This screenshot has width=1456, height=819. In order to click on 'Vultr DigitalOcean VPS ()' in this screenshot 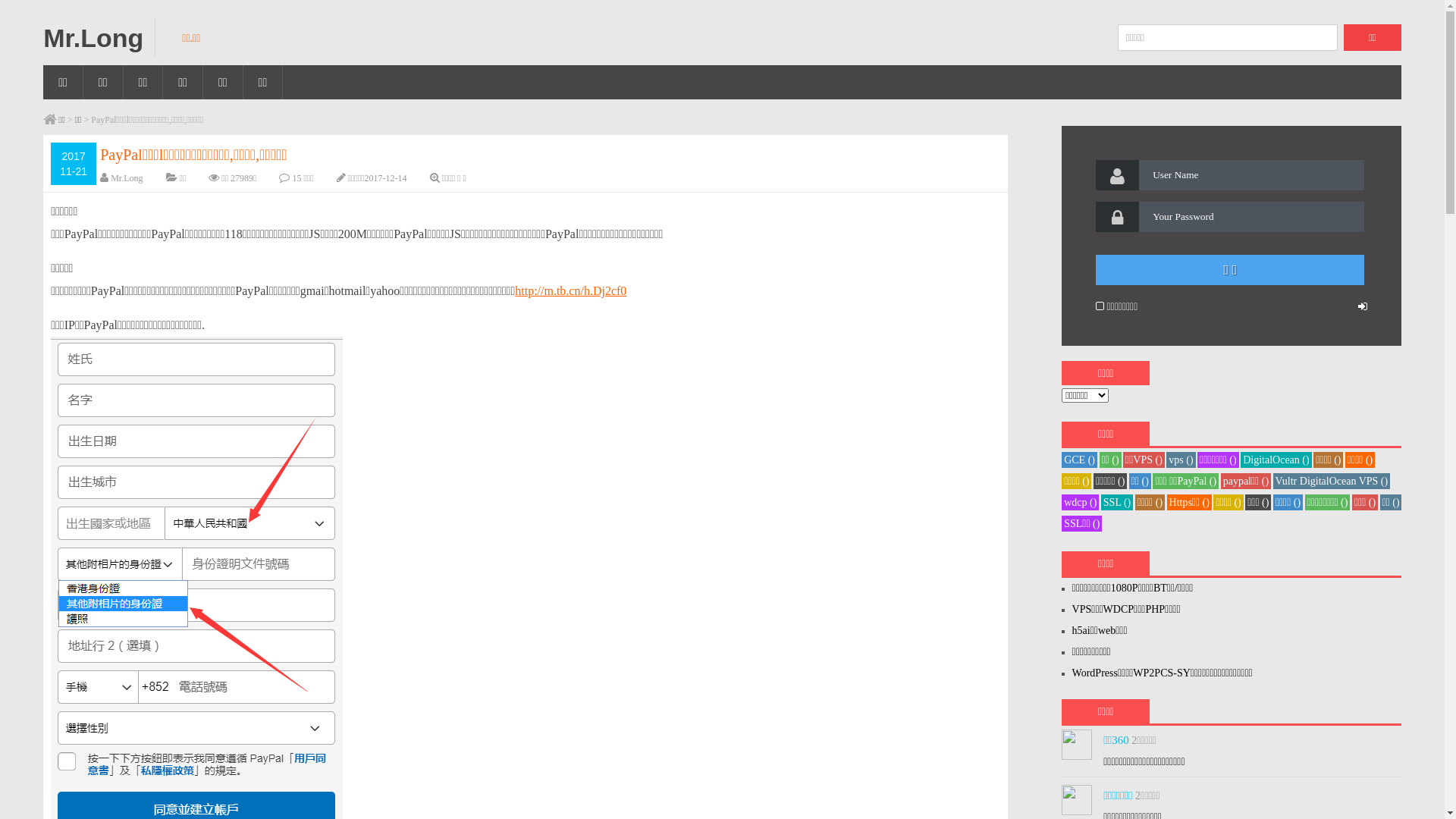, I will do `click(1273, 481)`.